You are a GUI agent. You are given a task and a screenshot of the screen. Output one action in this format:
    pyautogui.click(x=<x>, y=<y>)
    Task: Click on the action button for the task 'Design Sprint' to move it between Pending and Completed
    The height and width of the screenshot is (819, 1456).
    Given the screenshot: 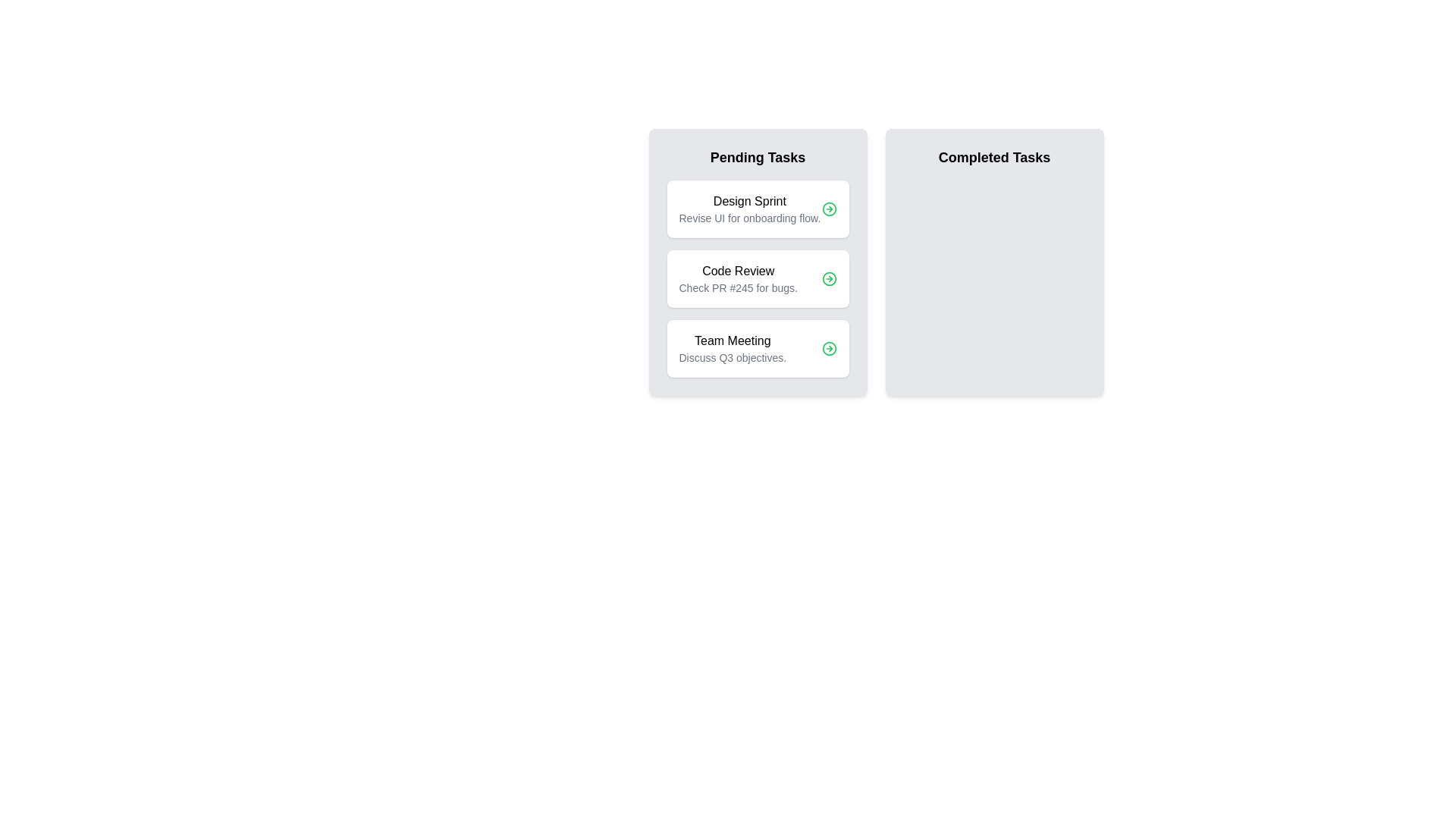 What is the action you would take?
    pyautogui.click(x=828, y=209)
    